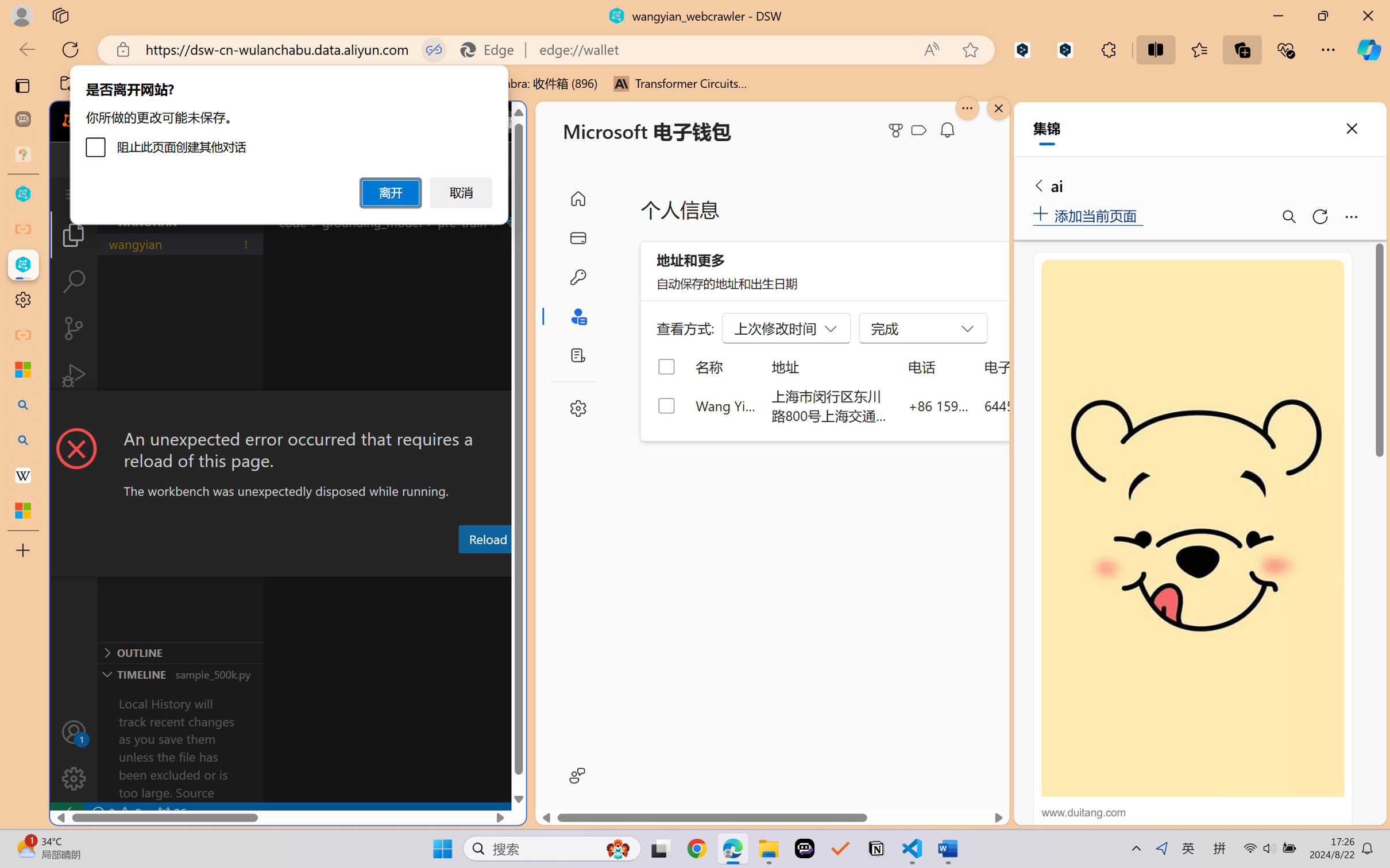  Describe the element at coordinates (680, 83) in the screenshot. I see `'Transformer Circuits Thread'` at that location.